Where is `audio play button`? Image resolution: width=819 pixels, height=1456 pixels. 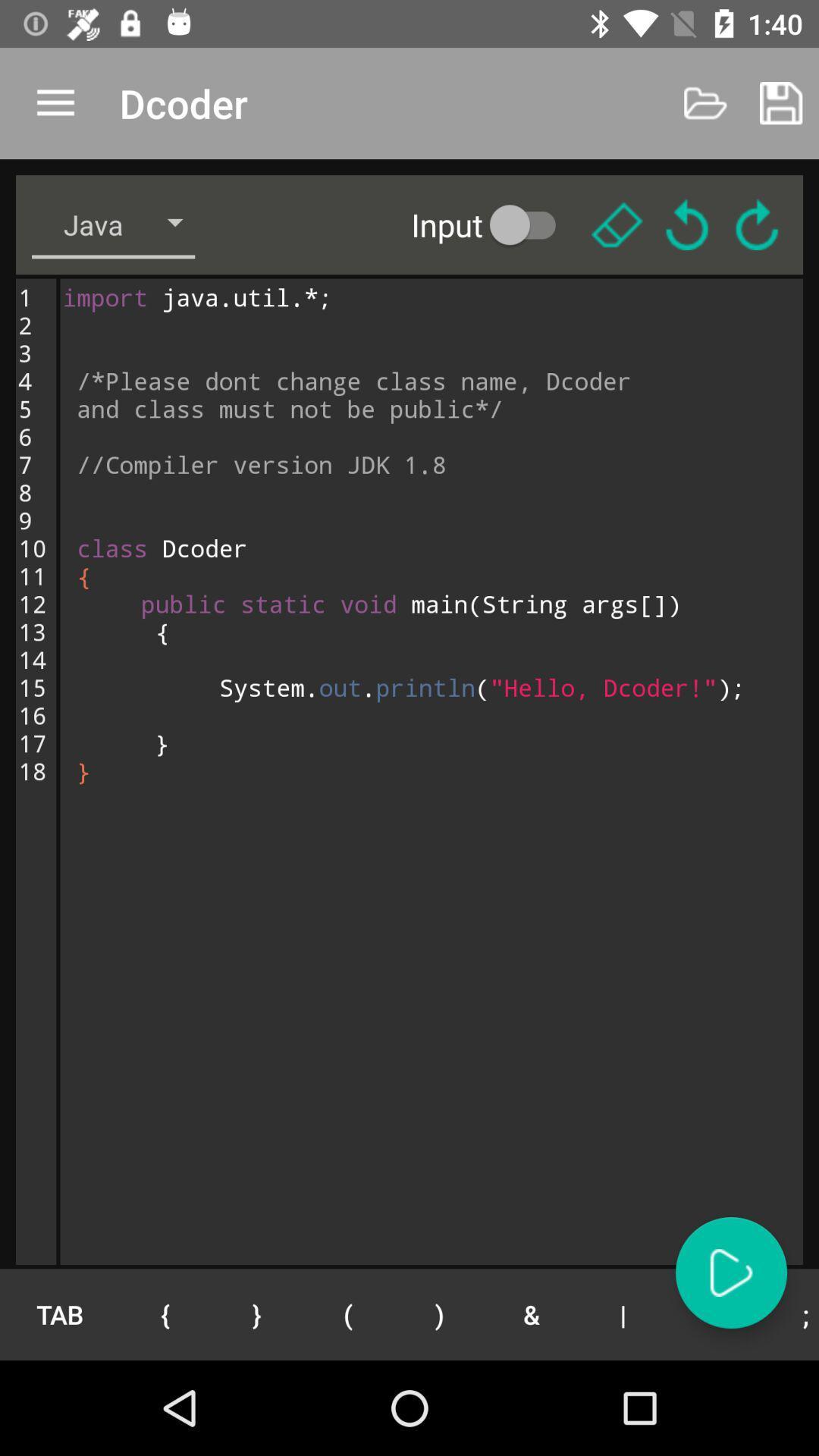
audio play button is located at coordinates (730, 1272).